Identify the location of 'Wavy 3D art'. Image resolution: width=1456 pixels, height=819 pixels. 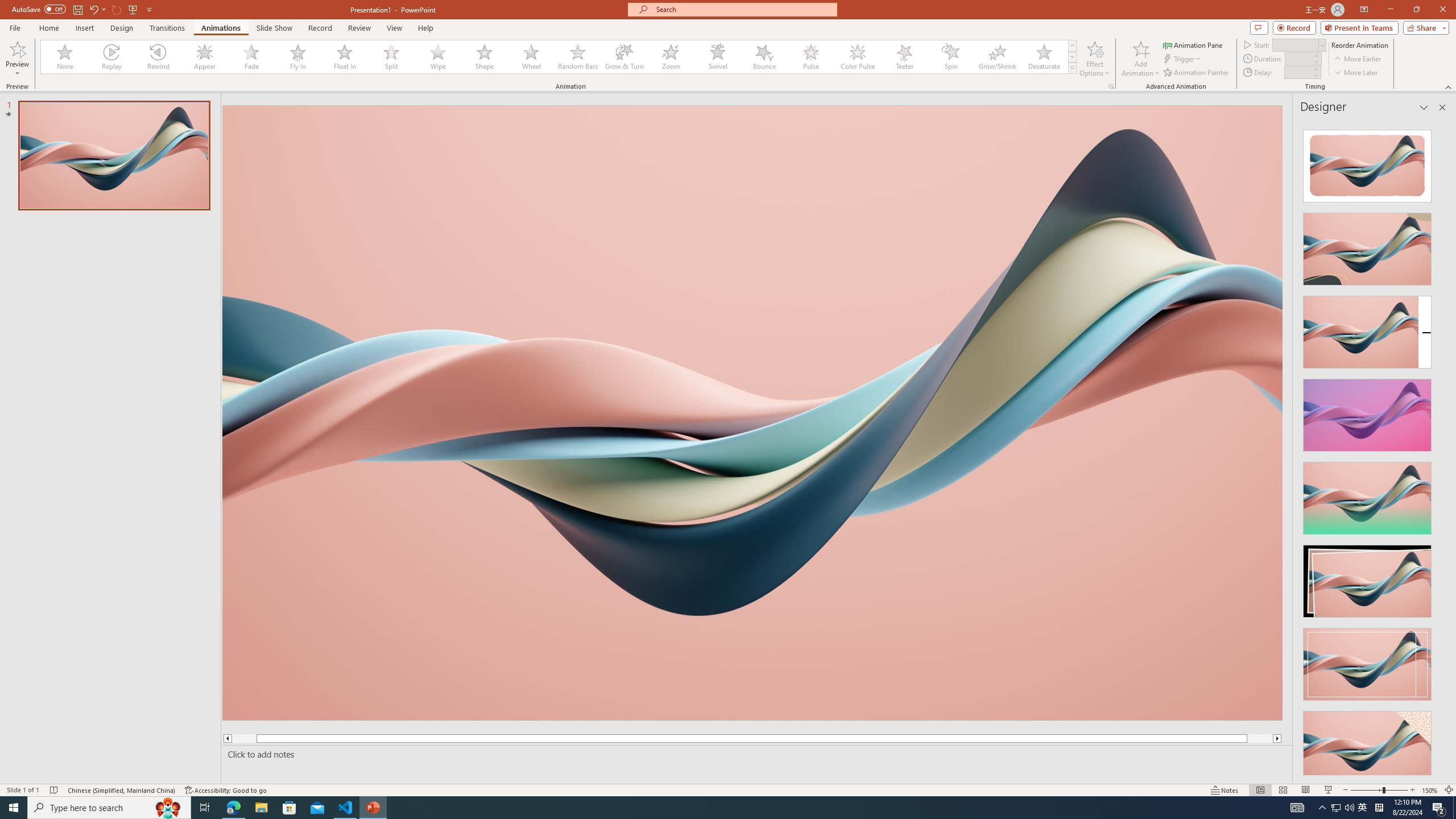
(752, 412).